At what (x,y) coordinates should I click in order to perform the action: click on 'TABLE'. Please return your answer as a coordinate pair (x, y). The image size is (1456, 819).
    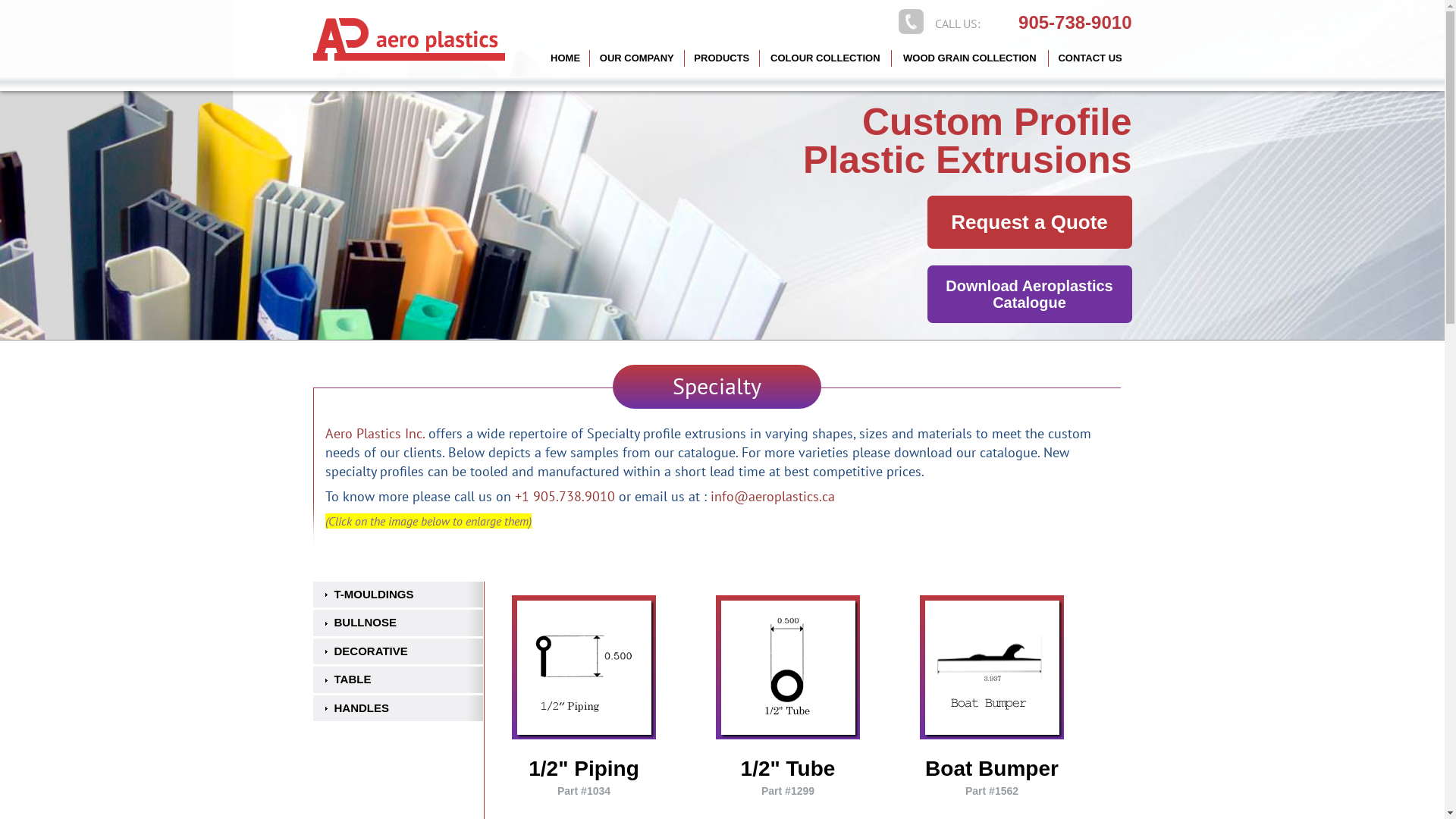
    Looking at the image, I should click on (312, 679).